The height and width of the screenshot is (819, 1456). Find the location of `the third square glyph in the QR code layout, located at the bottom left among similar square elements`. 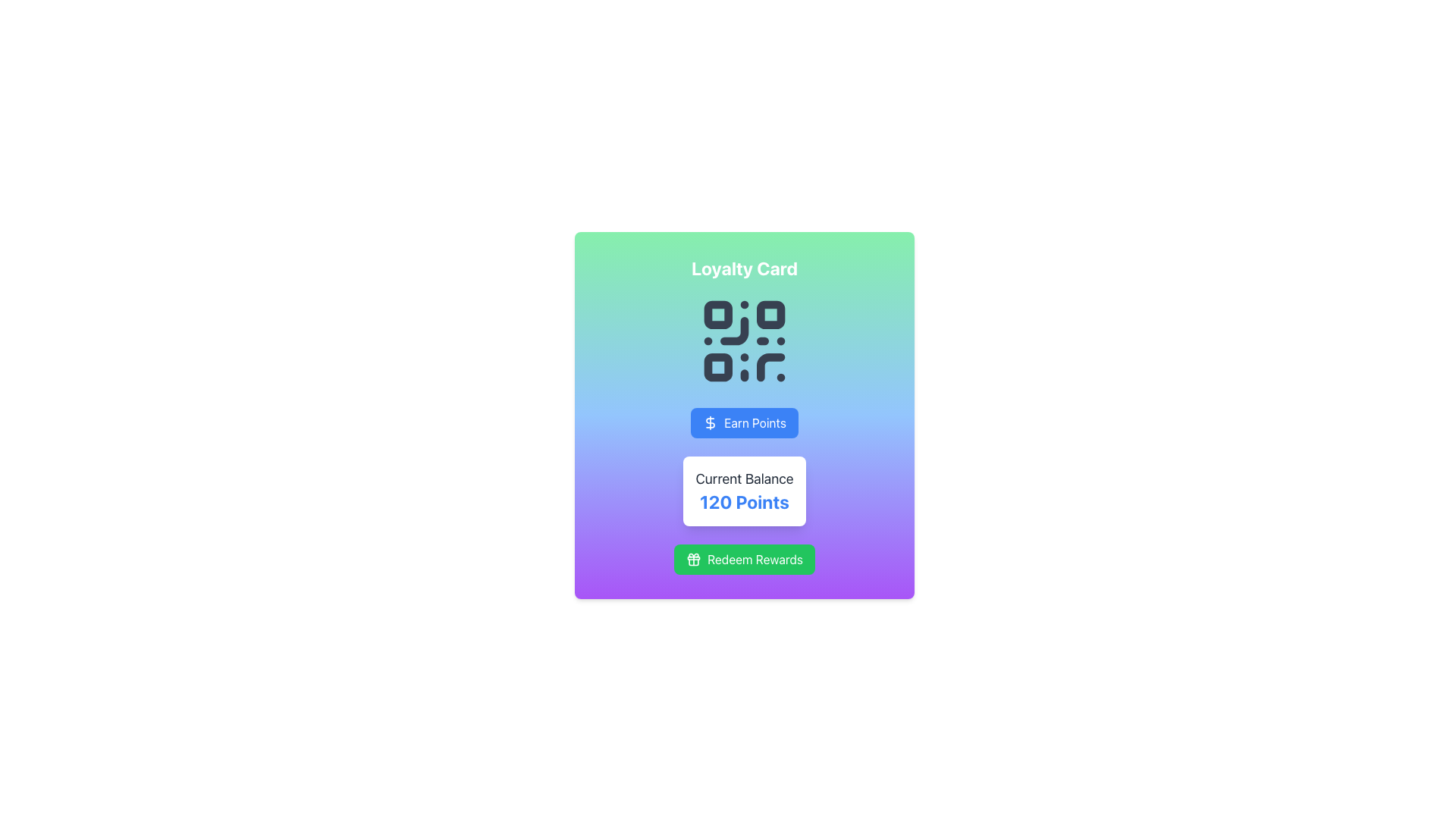

the third square glyph in the QR code layout, located at the bottom left among similar square elements is located at coordinates (717, 367).